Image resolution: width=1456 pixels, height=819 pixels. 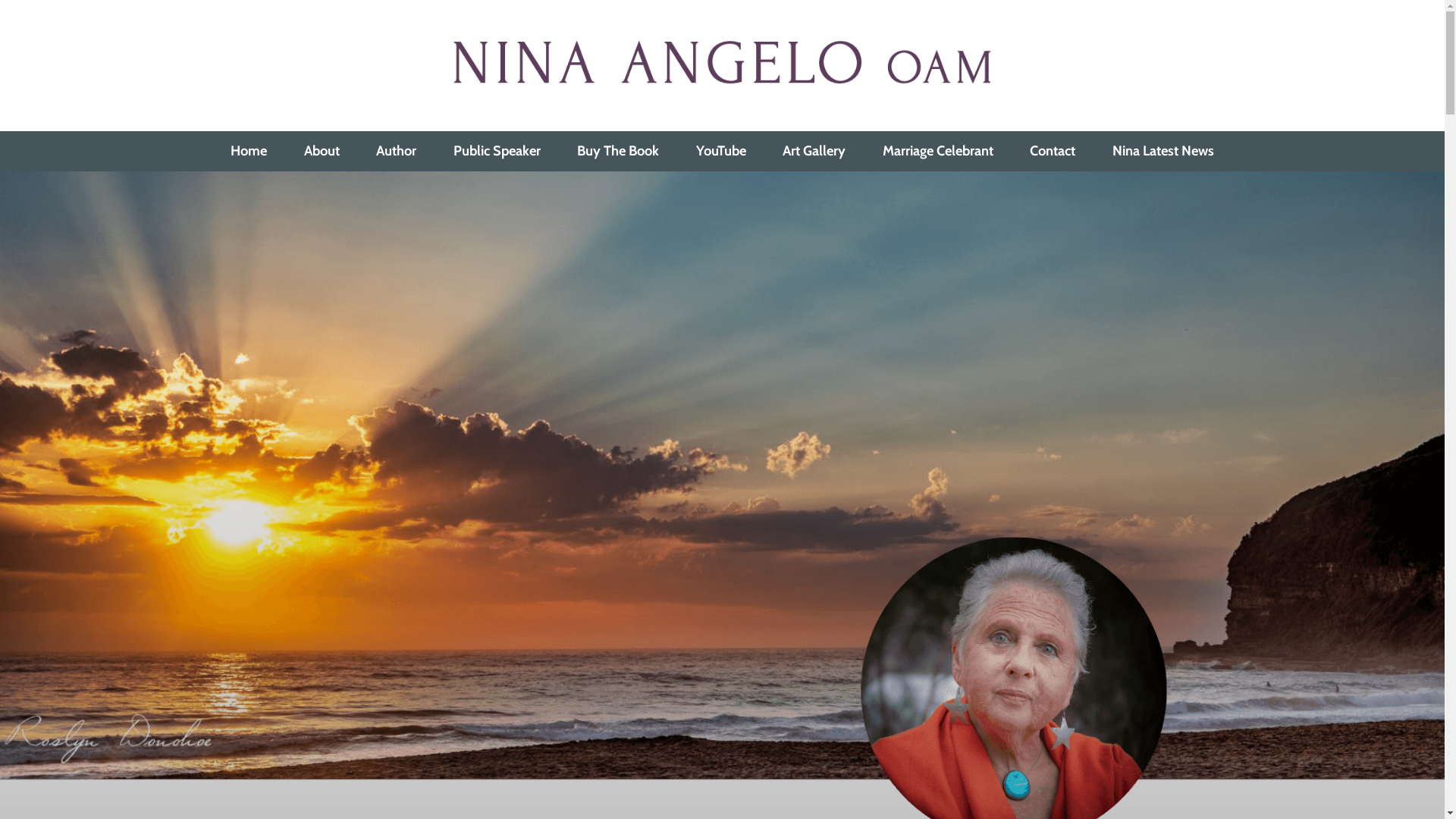 What do you see at coordinates (249, 151) in the screenshot?
I see `'Home'` at bounding box center [249, 151].